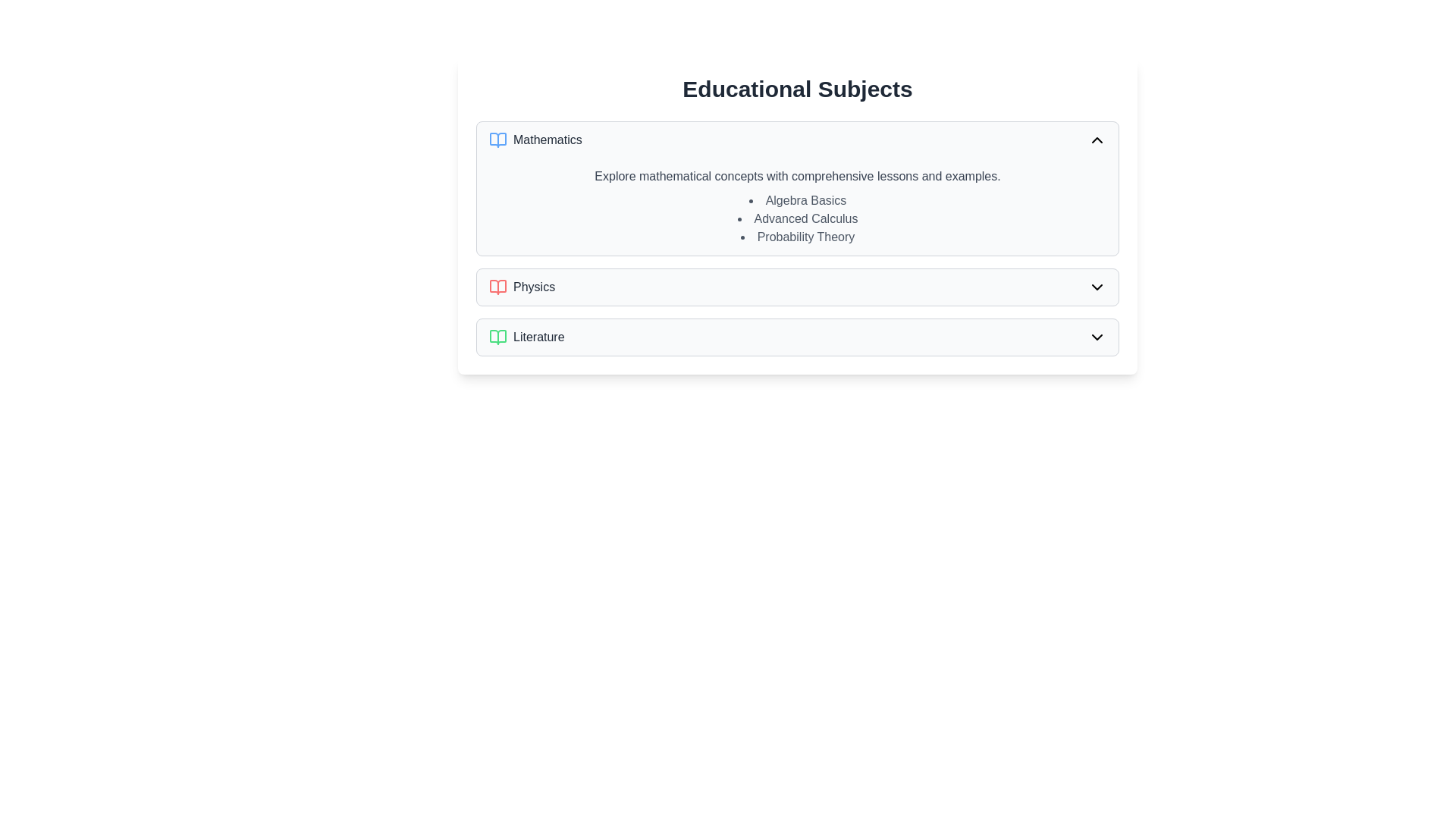  I want to click on the lower part of the red book icon representing the 'Physics' subject in the educational subjects list, so click(498, 287).